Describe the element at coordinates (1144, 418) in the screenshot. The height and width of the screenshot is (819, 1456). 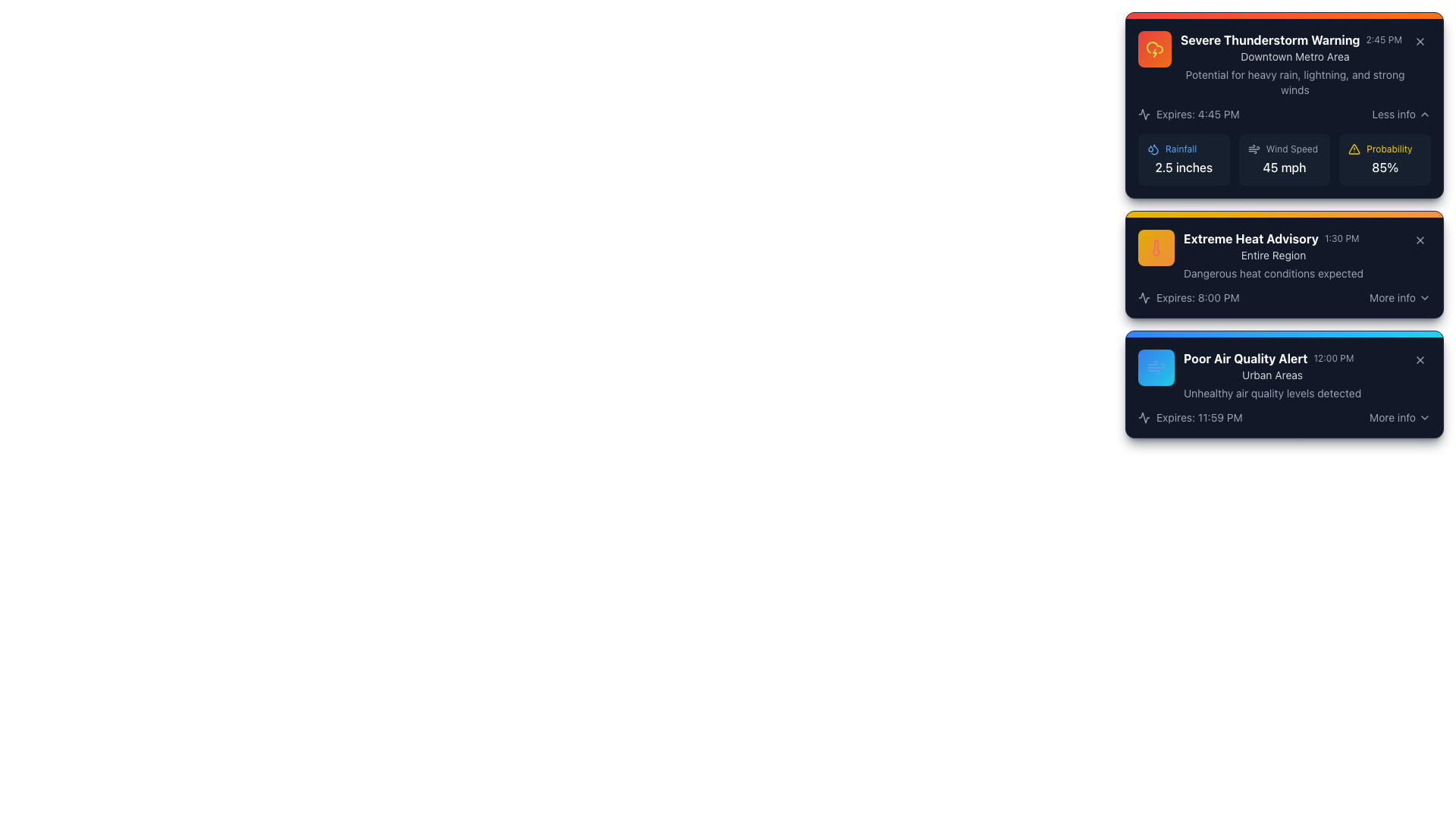
I see `the small waveform icon located on the left side of the notification card at the top of the vertical stack of cards` at that location.